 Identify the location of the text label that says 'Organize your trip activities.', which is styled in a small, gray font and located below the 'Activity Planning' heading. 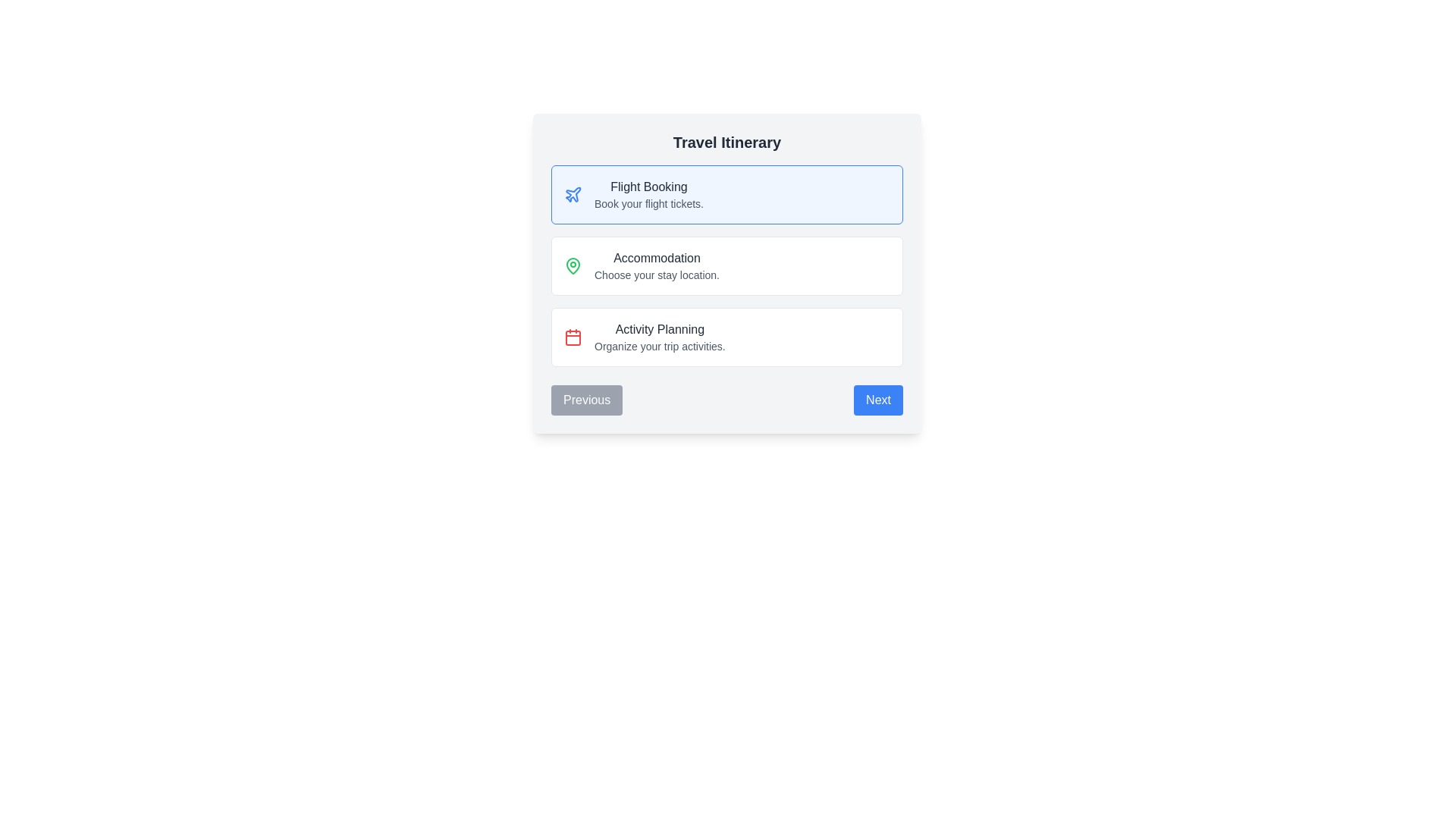
(660, 346).